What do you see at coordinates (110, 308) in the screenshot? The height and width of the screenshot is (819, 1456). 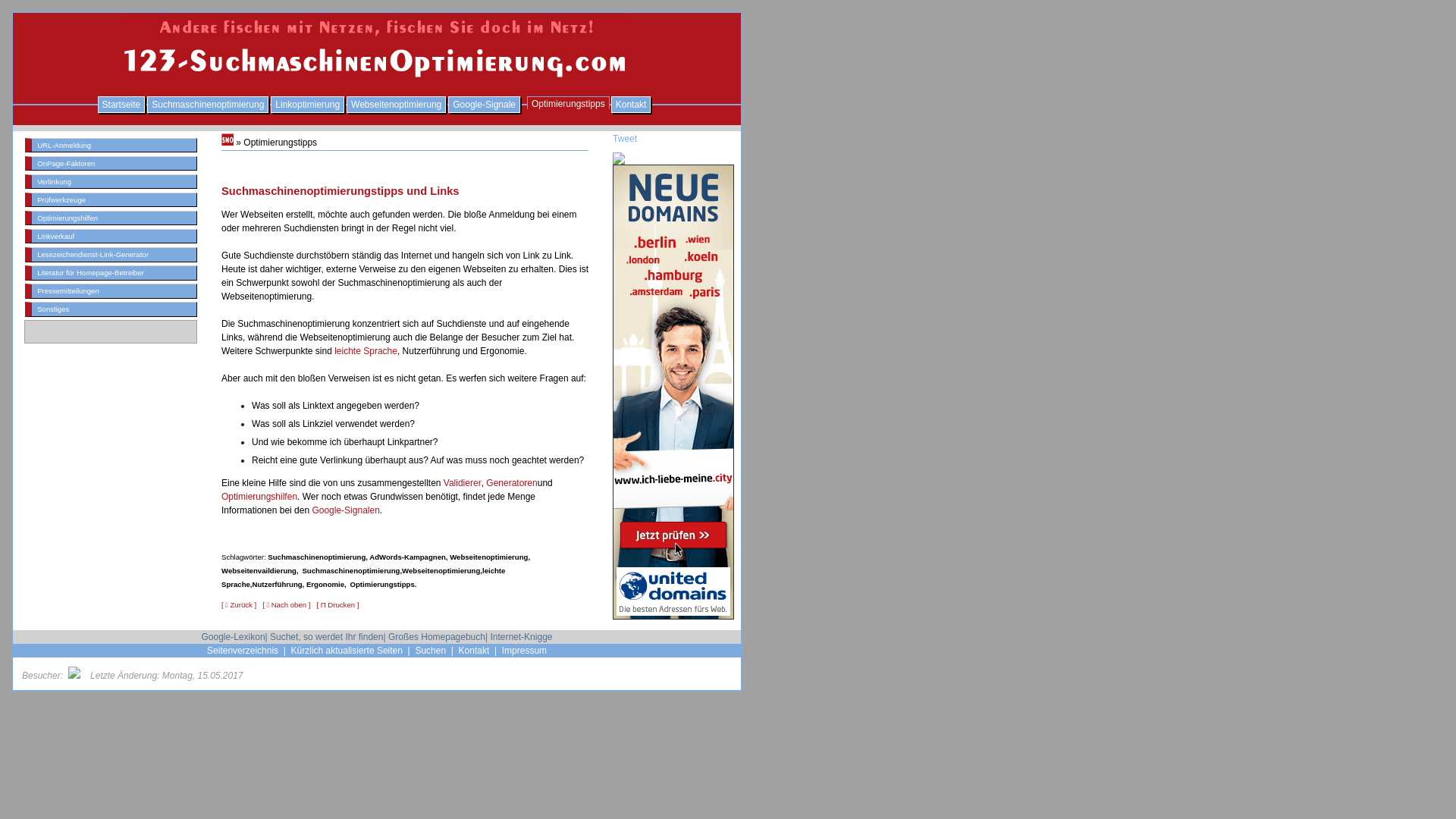 I see `'Sonstiges'` at bounding box center [110, 308].